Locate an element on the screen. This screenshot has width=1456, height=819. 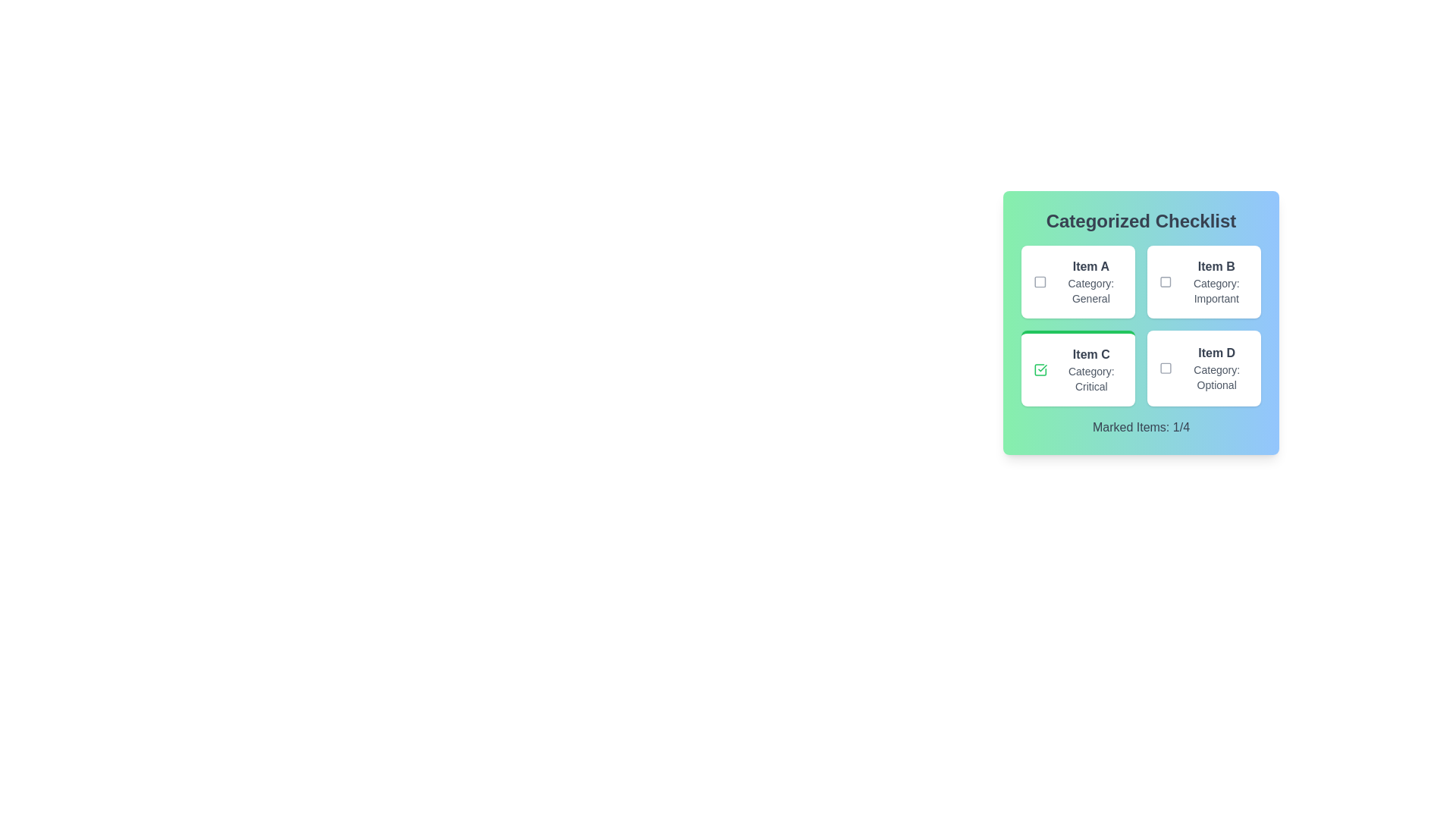
the checklist item labeled Item D to view its hover effects is located at coordinates (1203, 369).